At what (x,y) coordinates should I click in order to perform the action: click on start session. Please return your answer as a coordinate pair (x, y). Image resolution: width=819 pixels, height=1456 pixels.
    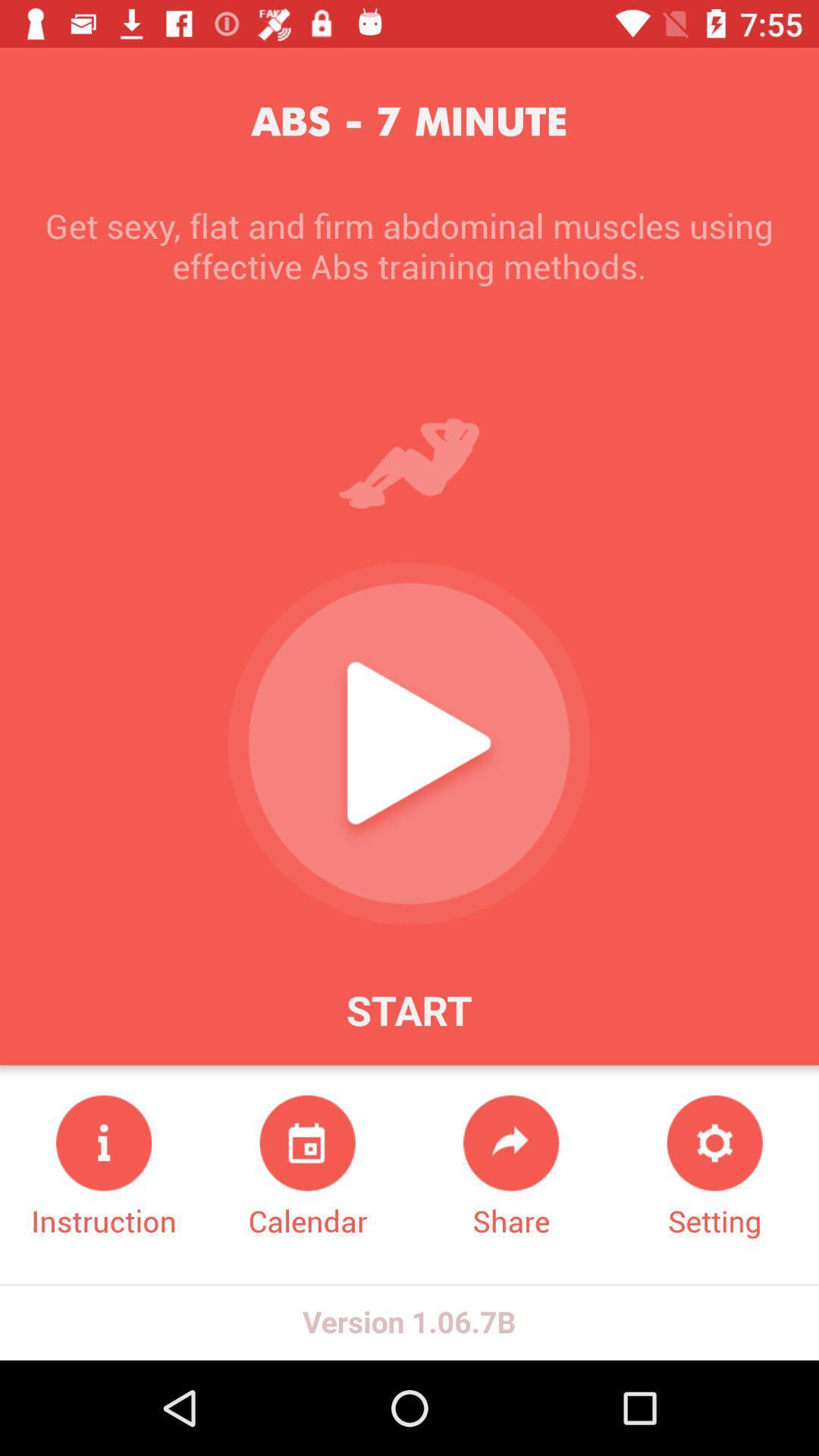
    Looking at the image, I should click on (408, 743).